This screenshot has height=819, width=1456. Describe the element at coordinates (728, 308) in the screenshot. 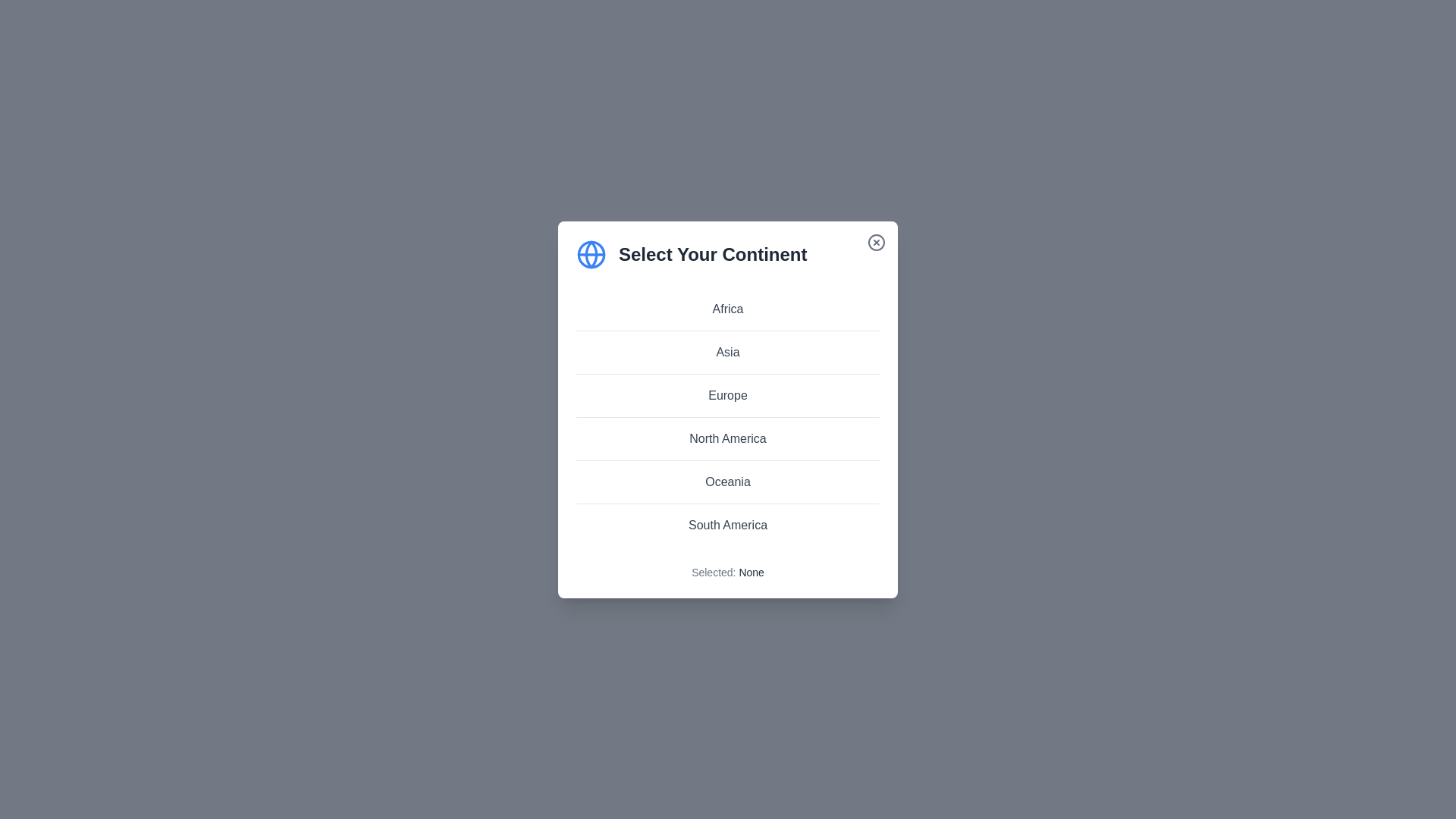

I see `the continent Africa from the list` at that location.